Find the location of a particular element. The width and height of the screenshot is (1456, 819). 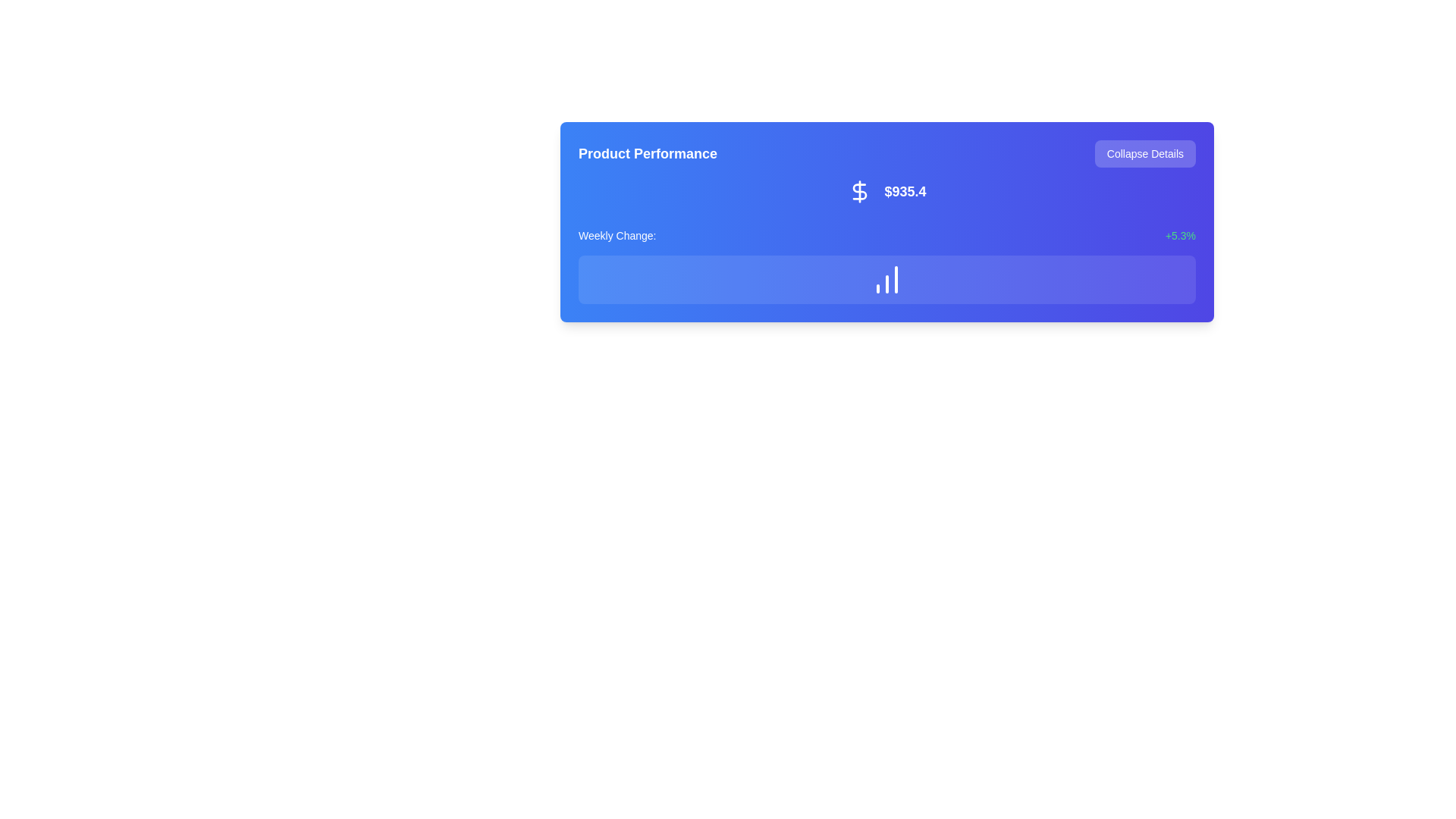

the icon representing a graphical summary or data visualization related to the week's changes, located in the bottom right corner of the 'Product Performance' card beneath the text 'Weekly Change' is located at coordinates (887, 280).